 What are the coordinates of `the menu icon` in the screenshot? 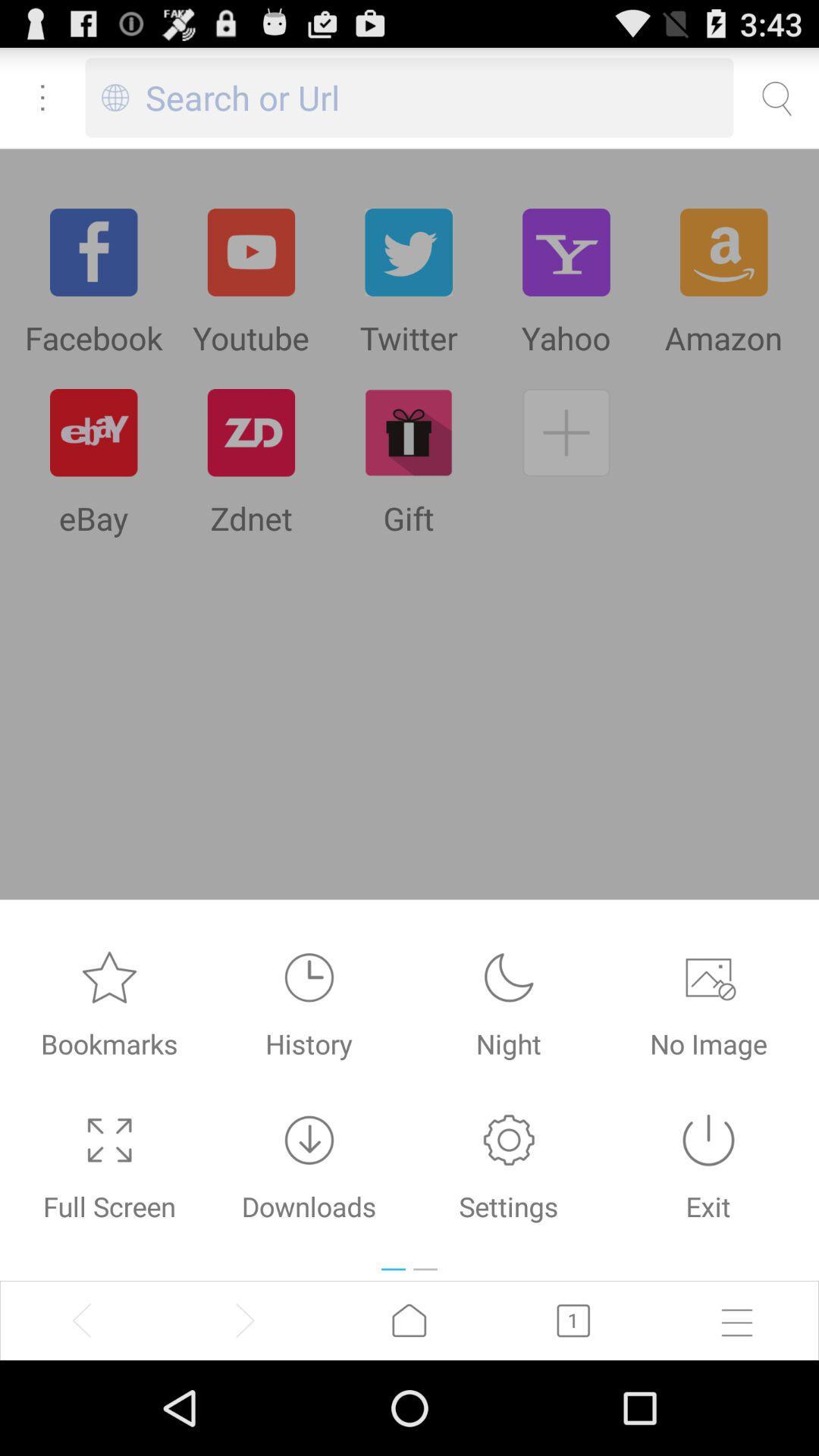 It's located at (736, 1412).